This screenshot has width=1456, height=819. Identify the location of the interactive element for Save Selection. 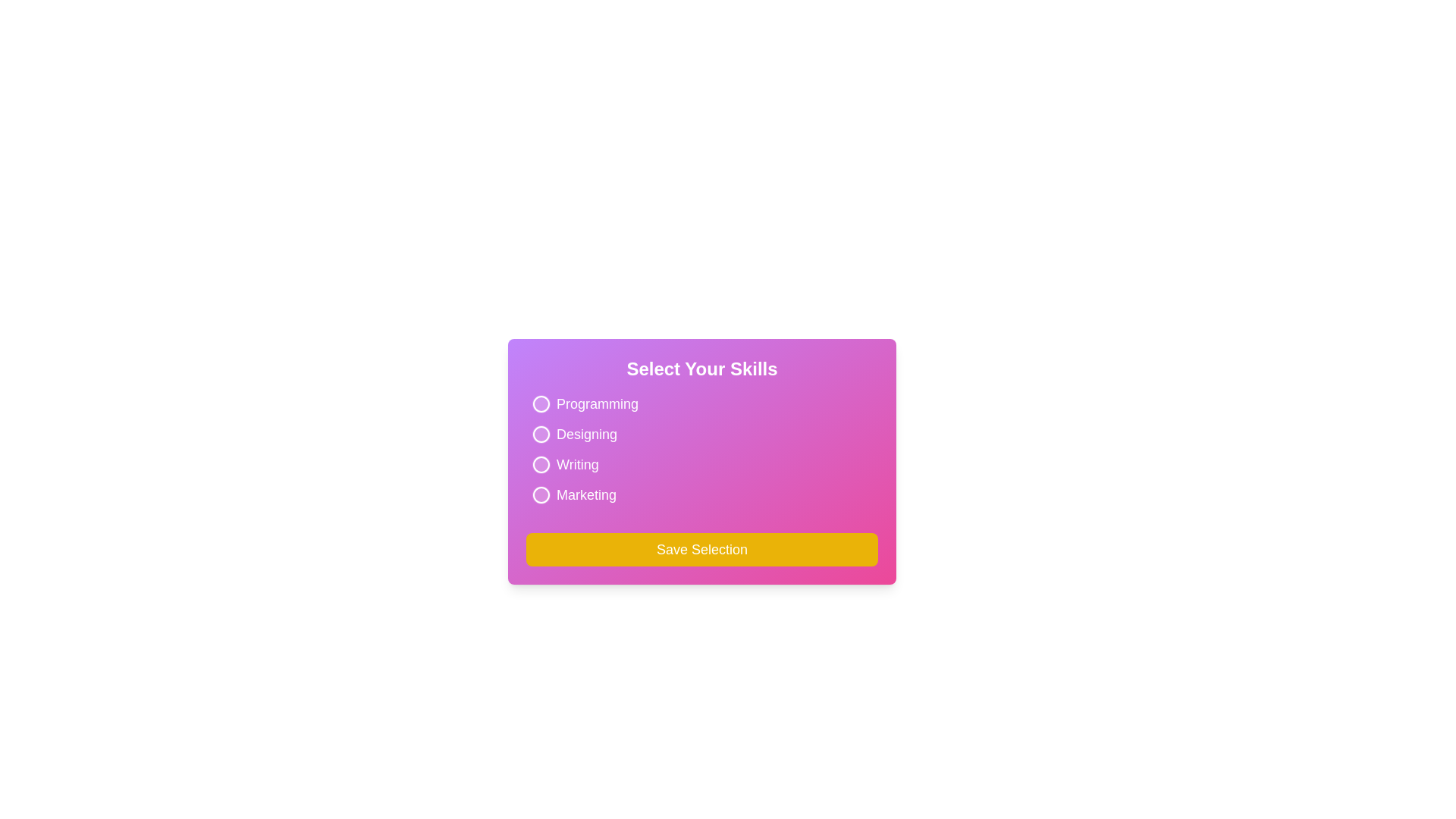
(701, 550).